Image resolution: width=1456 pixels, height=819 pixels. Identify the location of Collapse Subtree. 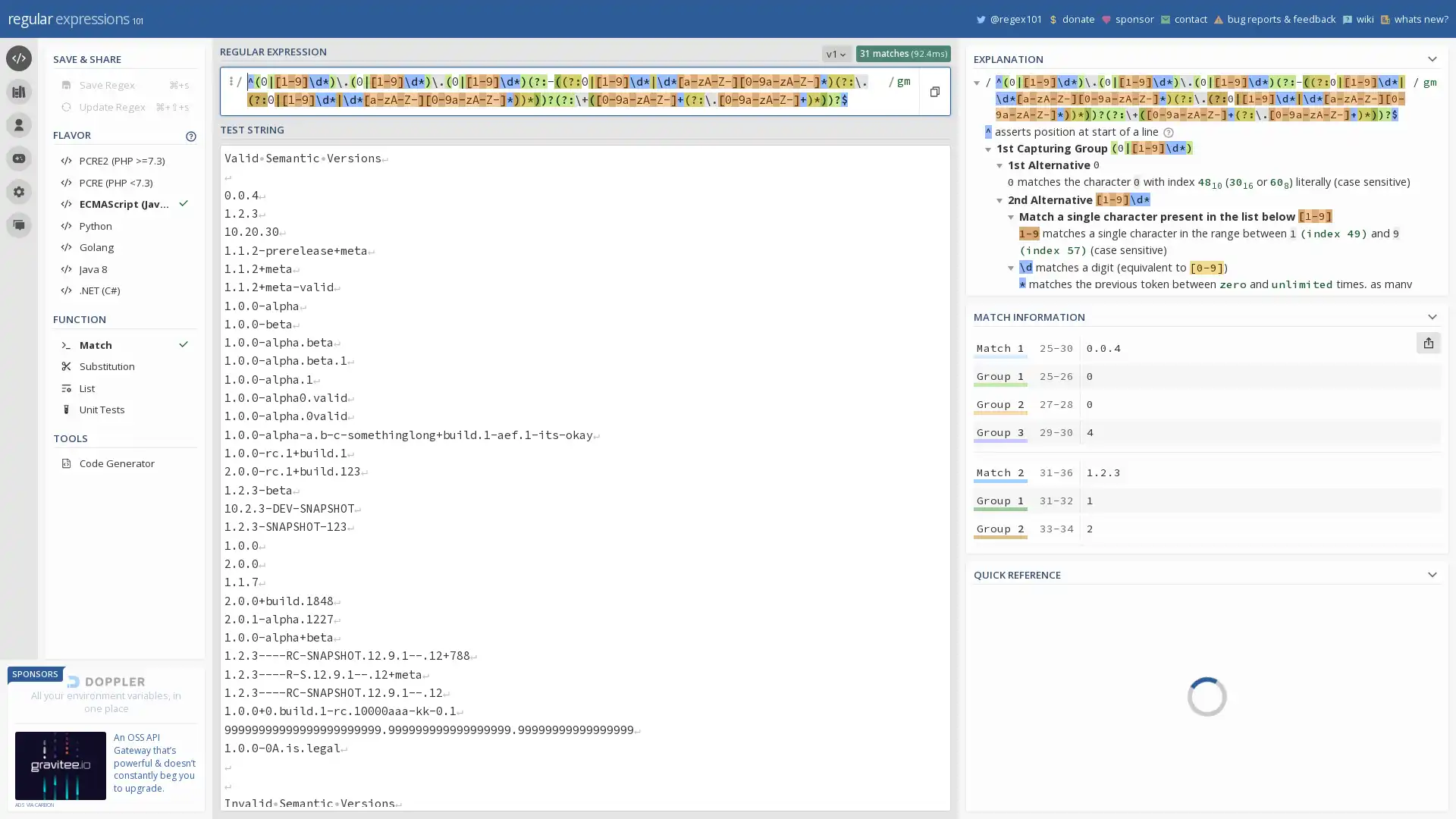
(979, 82).